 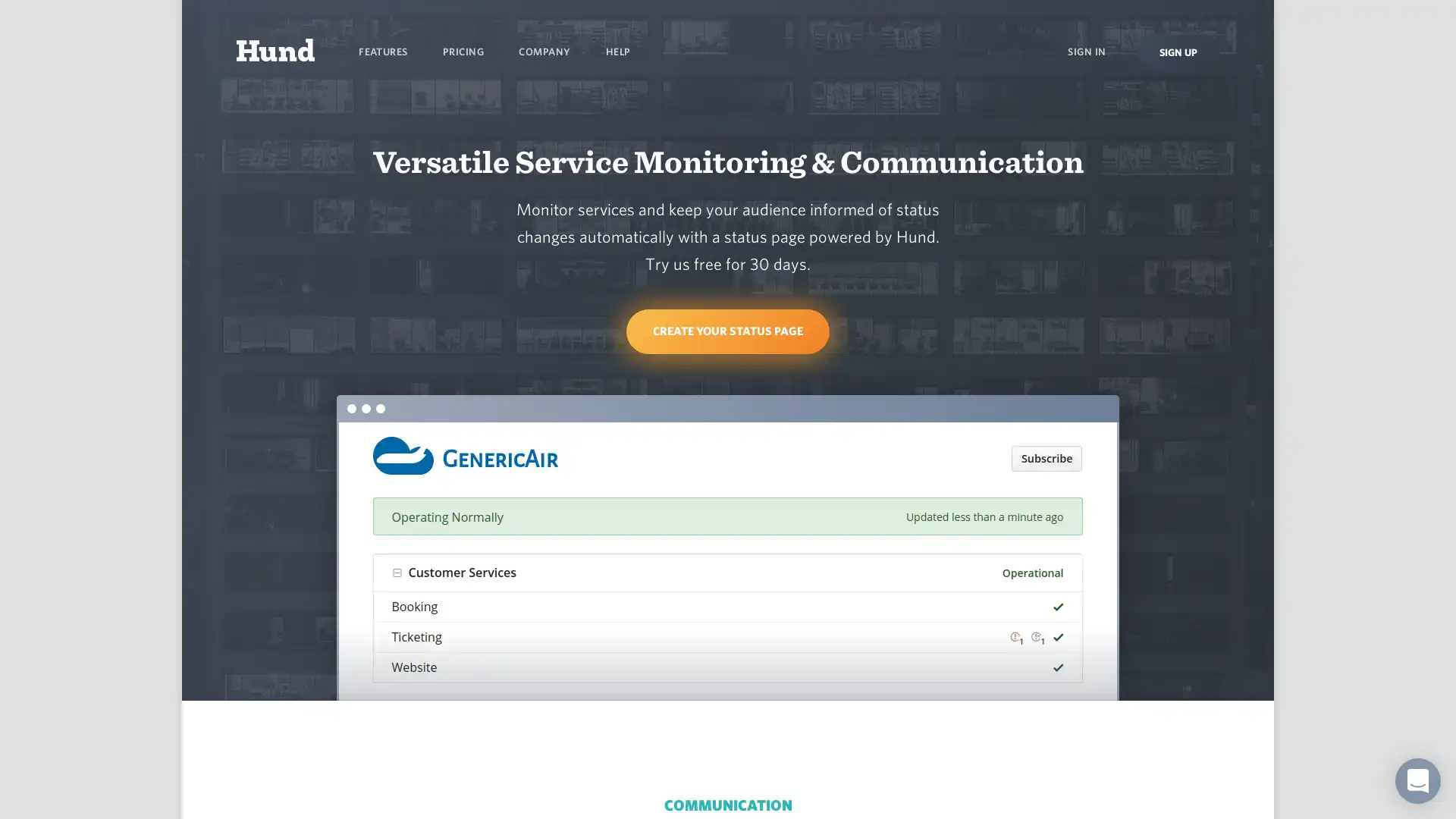 What do you see at coordinates (1417, 780) in the screenshot?
I see `Open Intercom Messenger` at bounding box center [1417, 780].